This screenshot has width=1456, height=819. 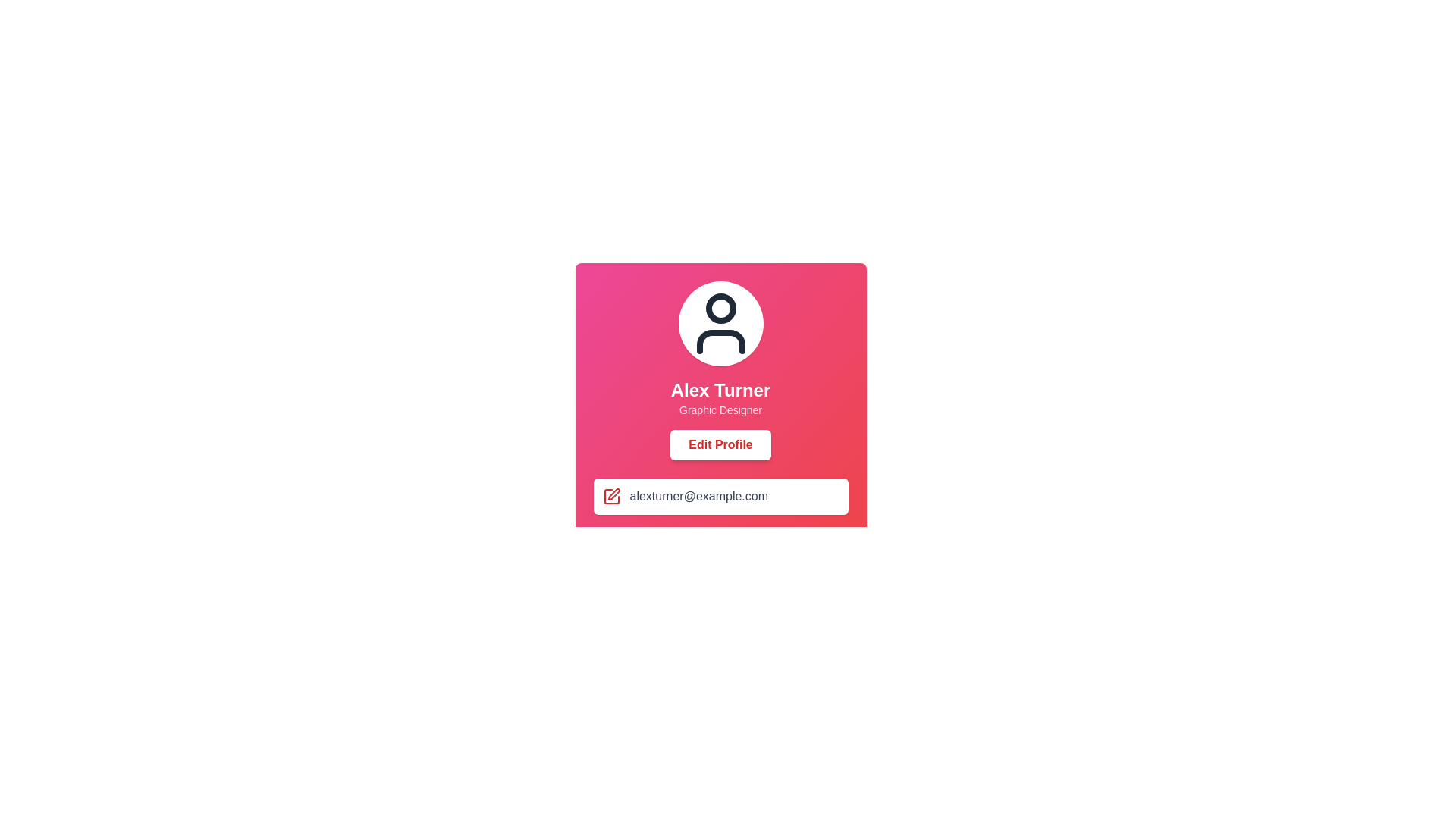 What do you see at coordinates (720, 519) in the screenshot?
I see `the Information Display Component that shows the user's email address, located below the 'Edit Profile' button and above the 'Change Password' component` at bounding box center [720, 519].